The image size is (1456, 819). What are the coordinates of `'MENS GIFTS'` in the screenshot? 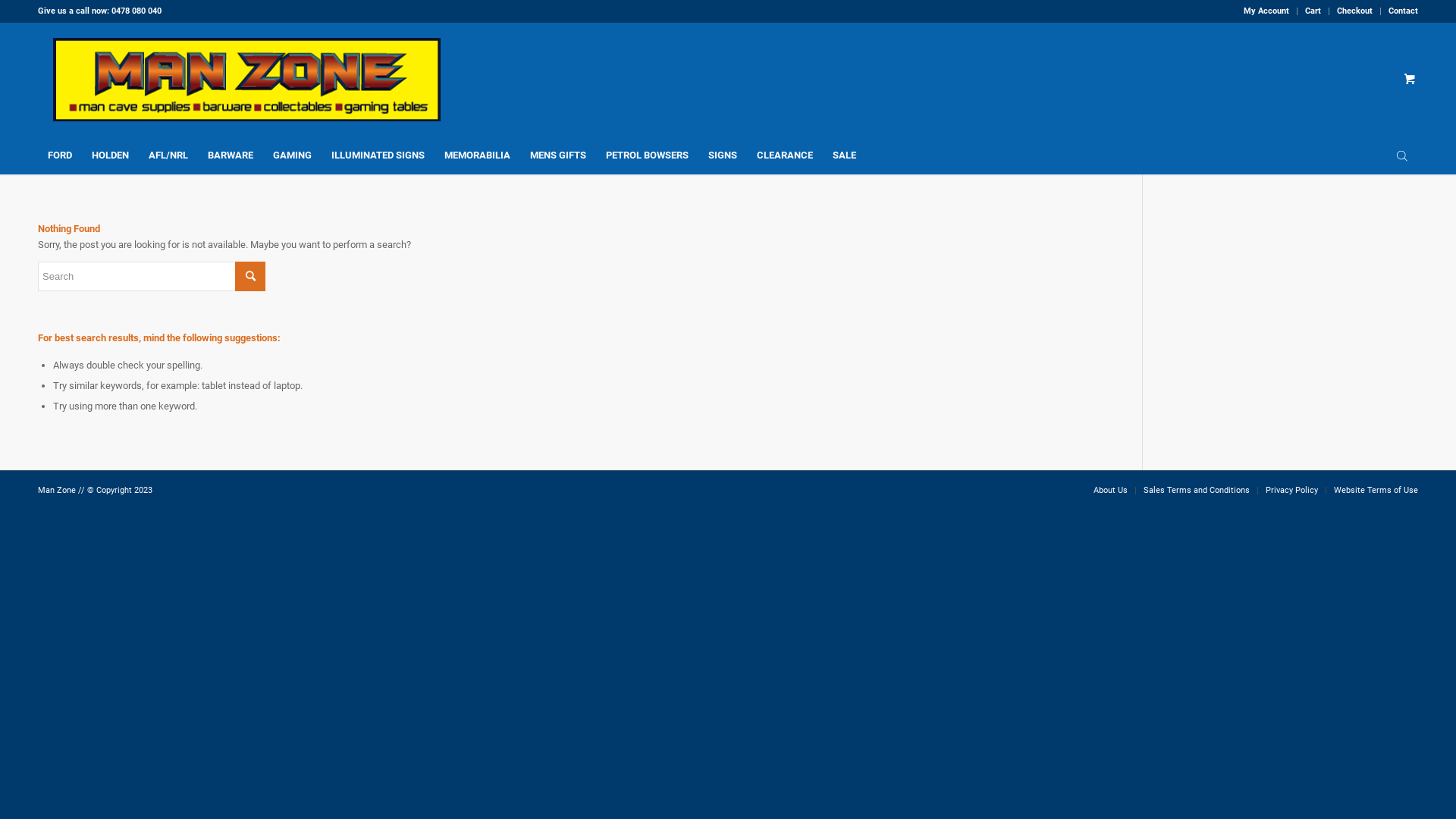 It's located at (557, 155).